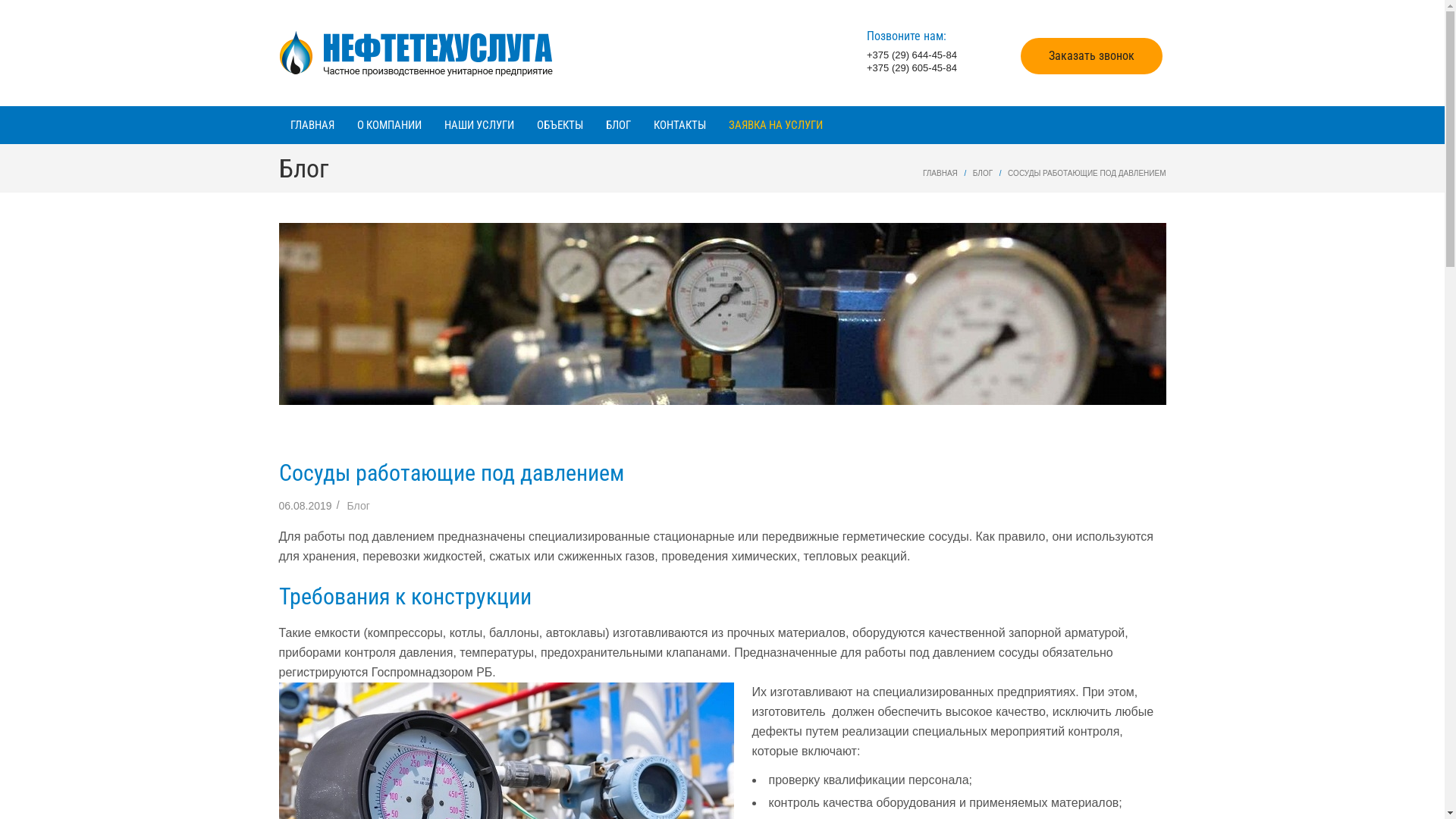 Image resolution: width=1456 pixels, height=819 pixels. I want to click on '+375 (29) 644-45-84', so click(866, 54).